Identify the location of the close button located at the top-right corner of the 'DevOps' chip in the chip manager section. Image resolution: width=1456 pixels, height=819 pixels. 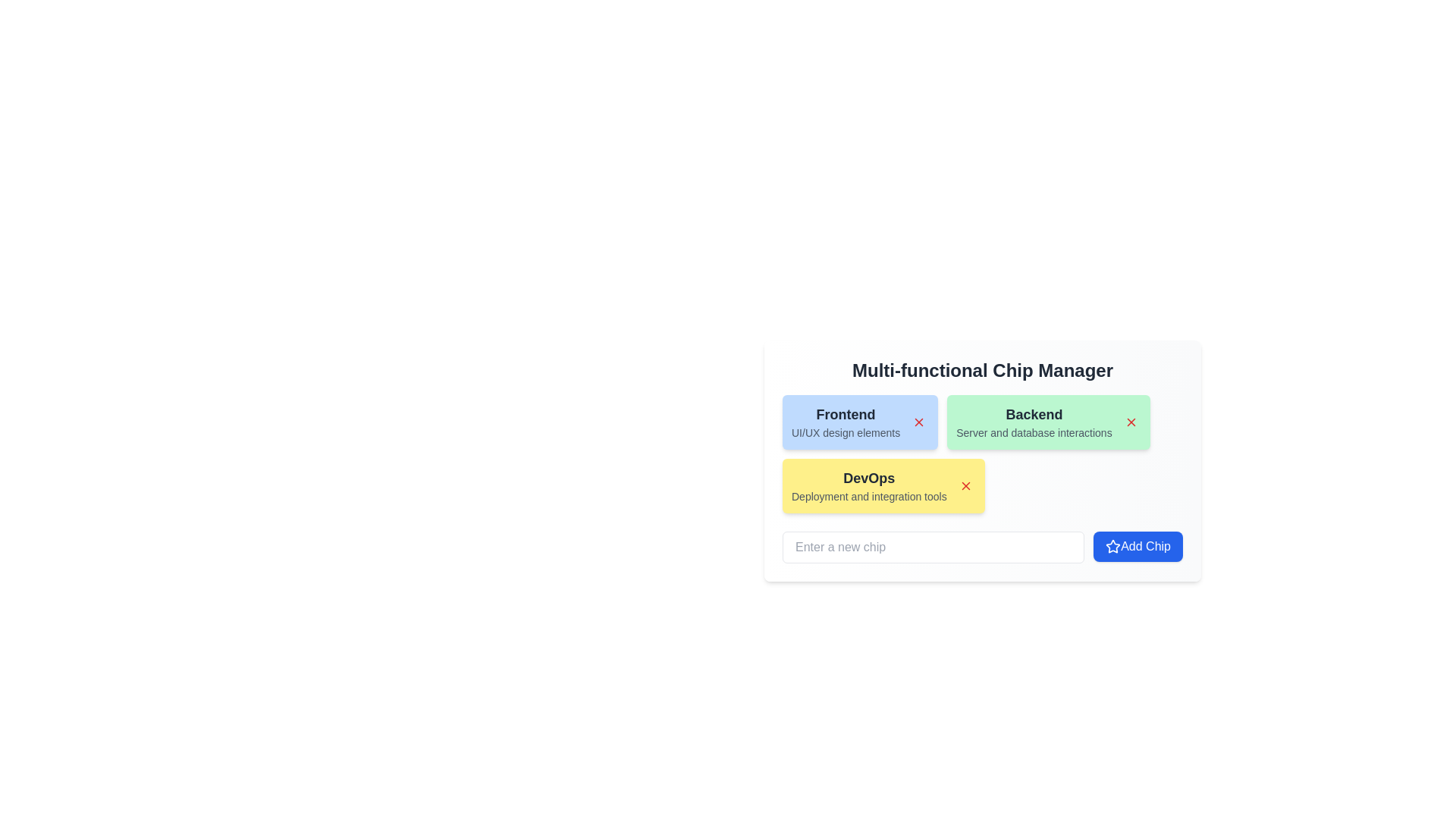
(965, 485).